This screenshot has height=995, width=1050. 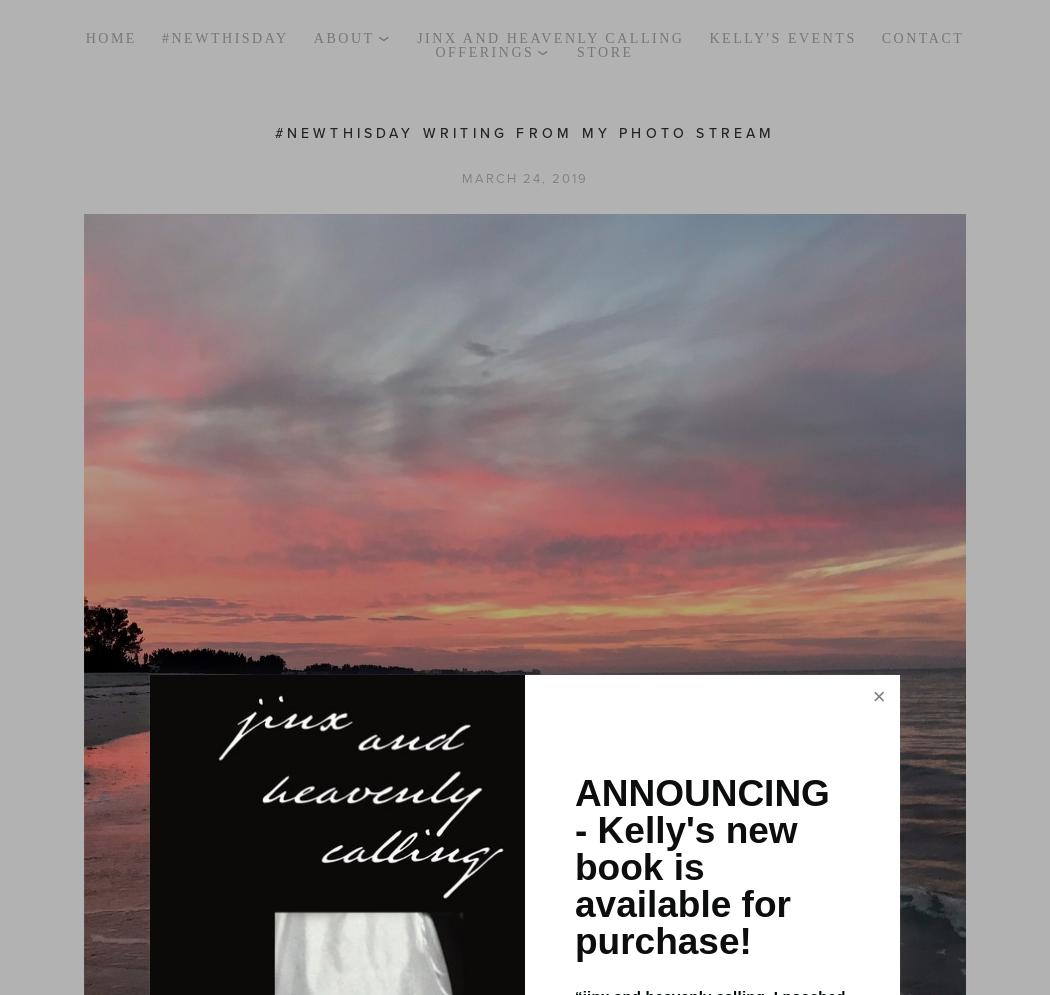 I want to click on 'About Kelly', so click(x=373, y=65).